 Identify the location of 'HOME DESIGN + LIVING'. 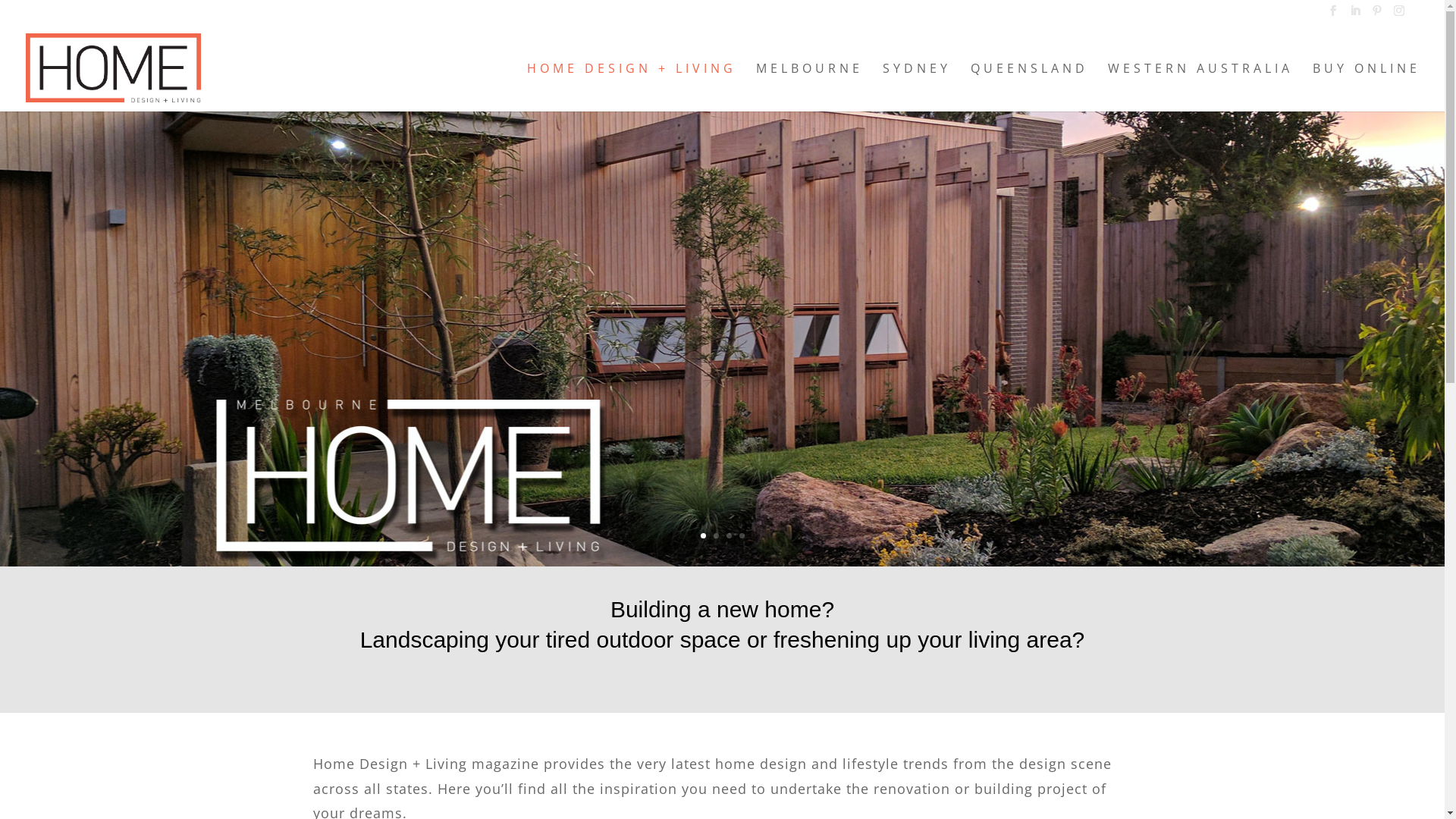
(632, 86).